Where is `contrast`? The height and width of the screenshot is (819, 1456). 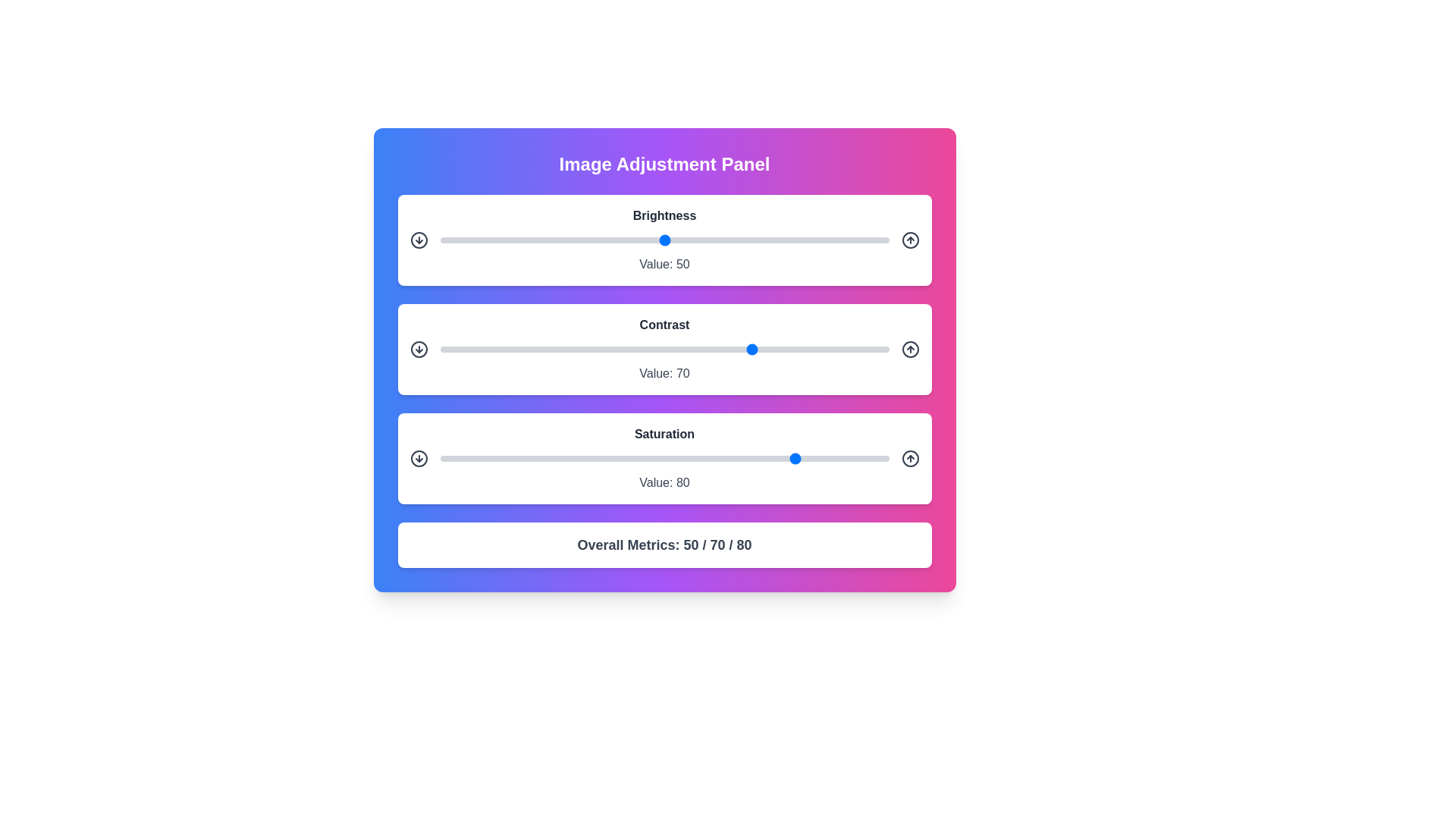
contrast is located at coordinates (610, 350).